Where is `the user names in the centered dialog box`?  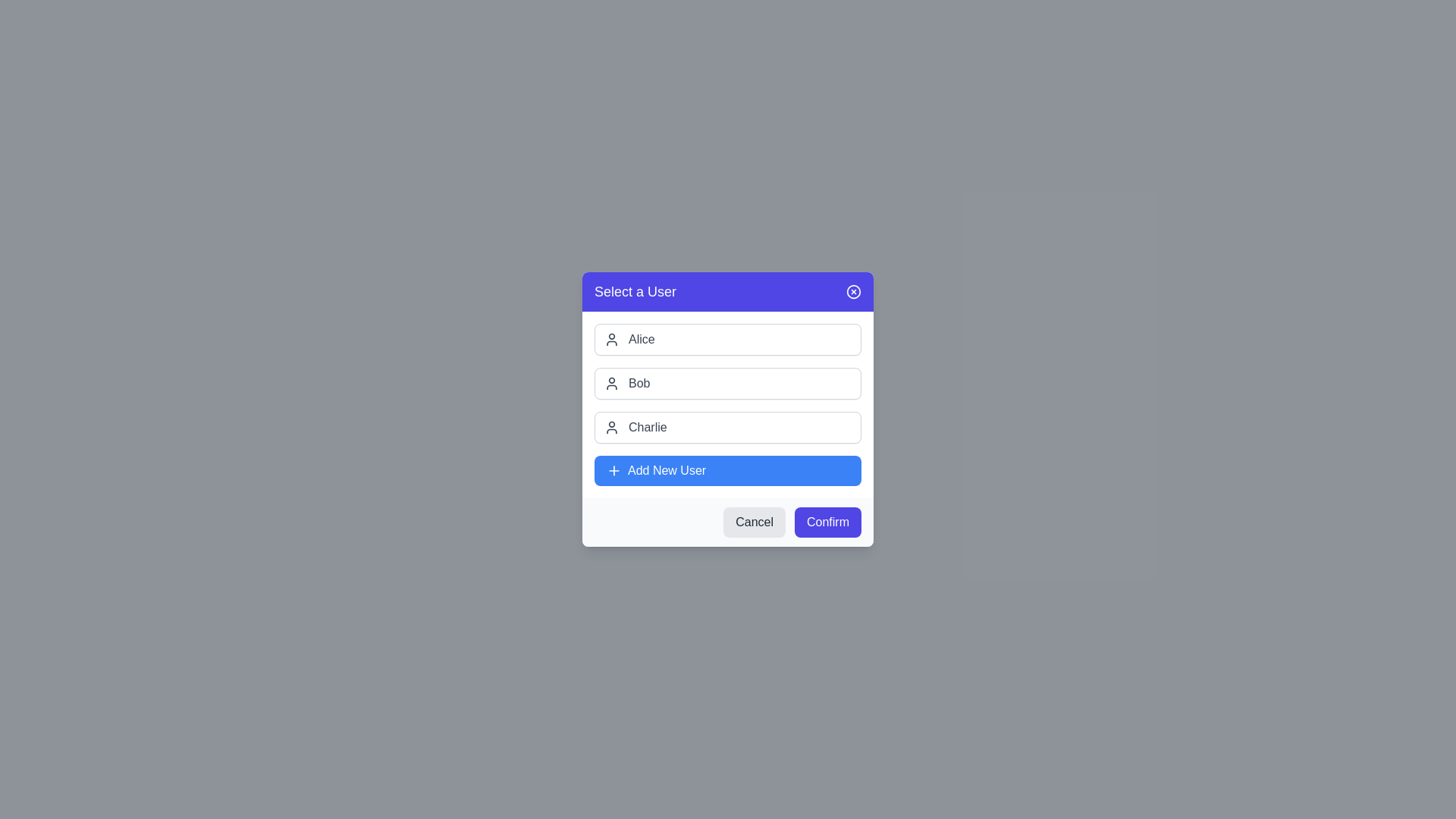 the user names in the centered dialog box is located at coordinates (728, 409).